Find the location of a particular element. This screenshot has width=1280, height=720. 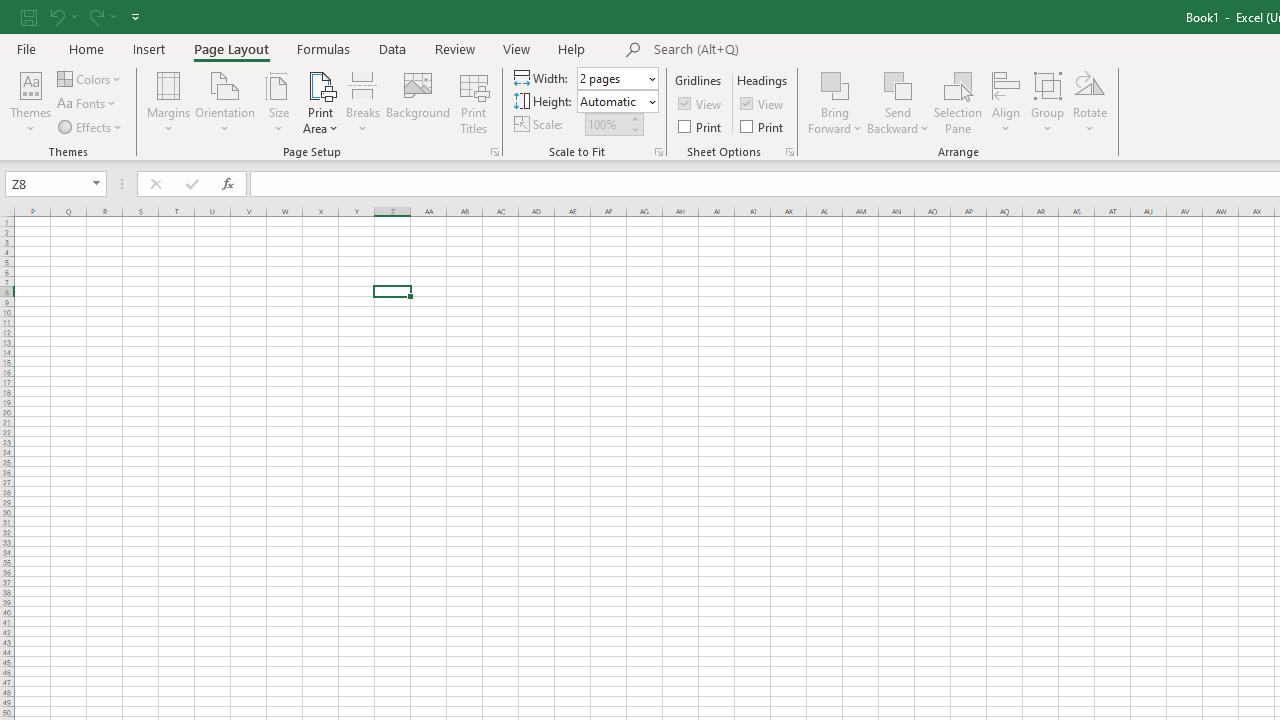

'More' is located at coordinates (633, 118).